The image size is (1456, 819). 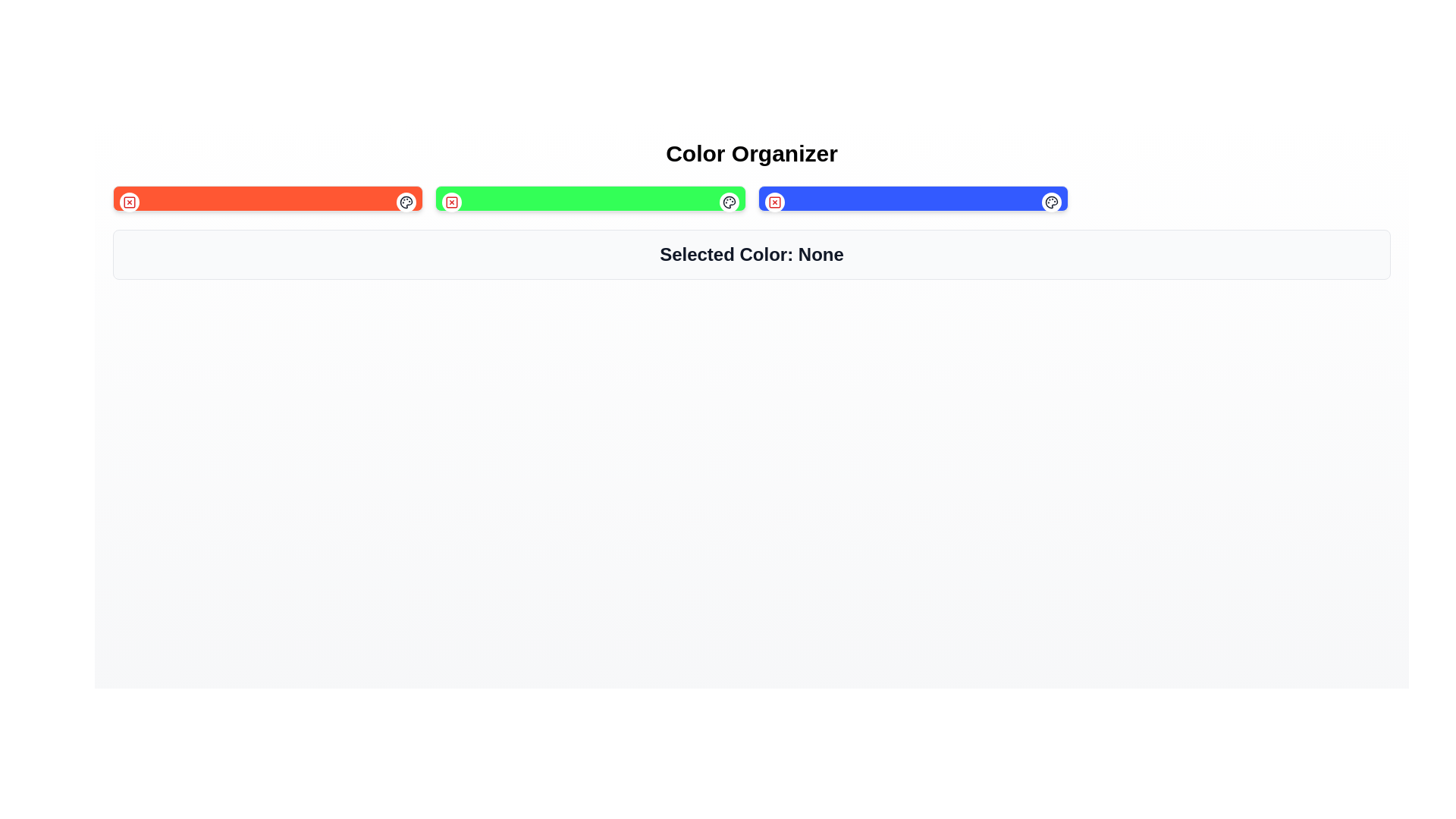 What do you see at coordinates (774, 201) in the screenshot?
I see `the red square-shaped icon with rounded corners containing an 'X' symbol` at bounding box center [774, 201].